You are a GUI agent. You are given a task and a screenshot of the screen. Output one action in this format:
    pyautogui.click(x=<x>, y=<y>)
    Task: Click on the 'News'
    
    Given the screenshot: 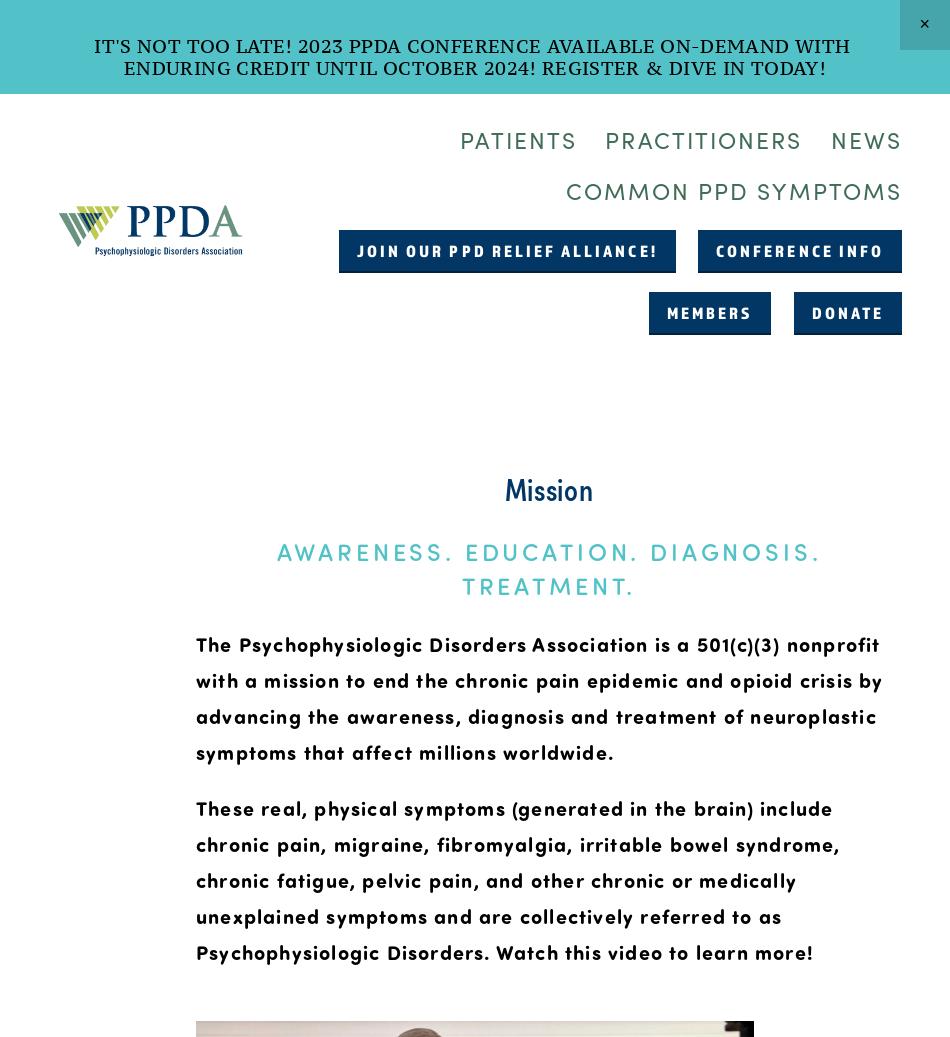 What is the action you would take?
    pyautogui.click(x=865, y=137)
    